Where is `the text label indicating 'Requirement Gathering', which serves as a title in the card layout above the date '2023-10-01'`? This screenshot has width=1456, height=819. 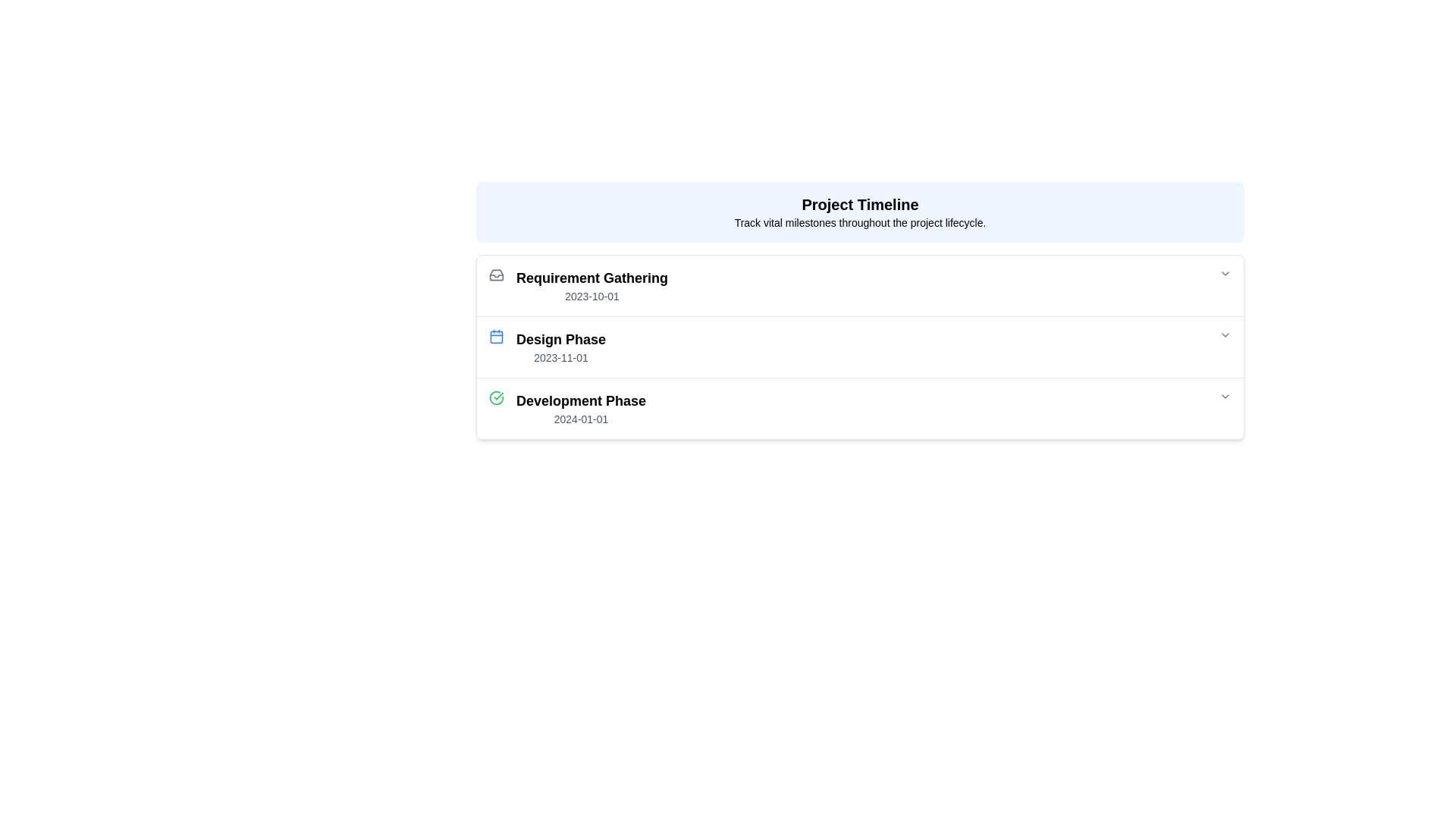 the text label indicating 'Requirement Gathering', which serves as a title in the card layout above the date '2023-10-01' is located at coordinates (591, 278).